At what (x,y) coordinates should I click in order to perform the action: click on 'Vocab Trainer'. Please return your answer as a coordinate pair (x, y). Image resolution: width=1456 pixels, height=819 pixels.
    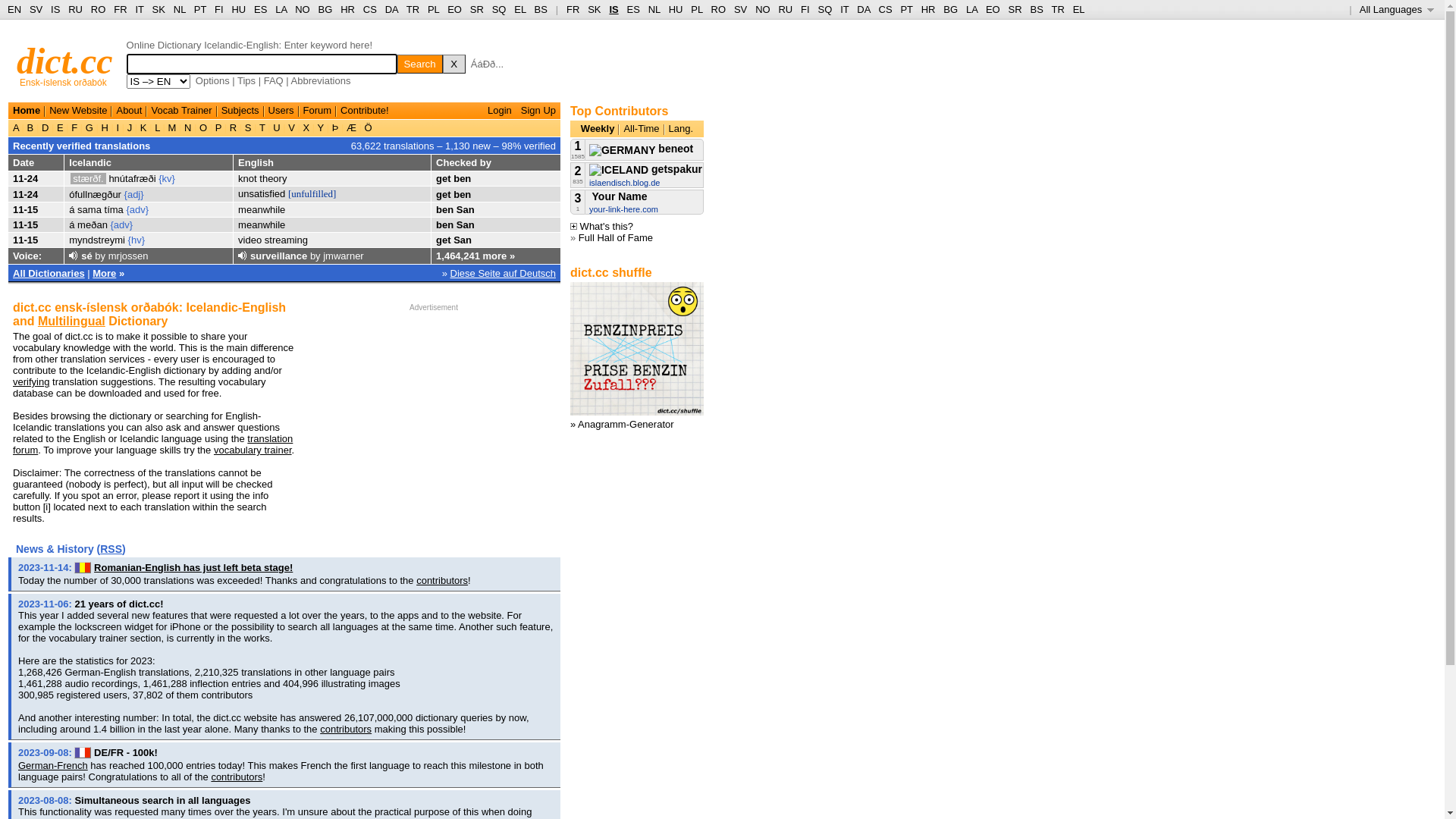
    Looking at the image, I should click on (181, 109).